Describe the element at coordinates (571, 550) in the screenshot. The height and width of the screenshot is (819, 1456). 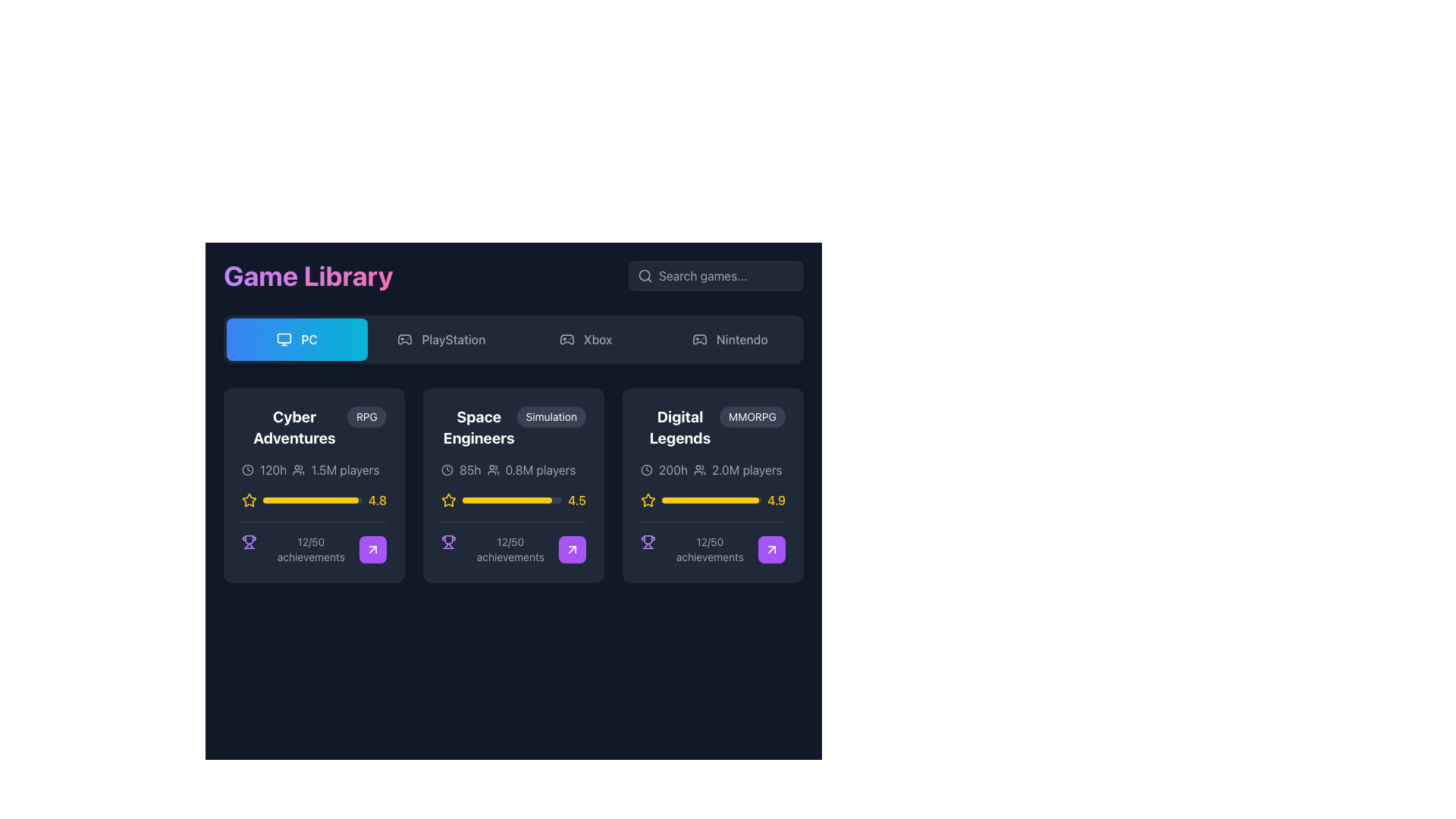
I see `the arrow icon button with a purple background located at the bottom-right corner of the 'Digital Legends' card` at that location.